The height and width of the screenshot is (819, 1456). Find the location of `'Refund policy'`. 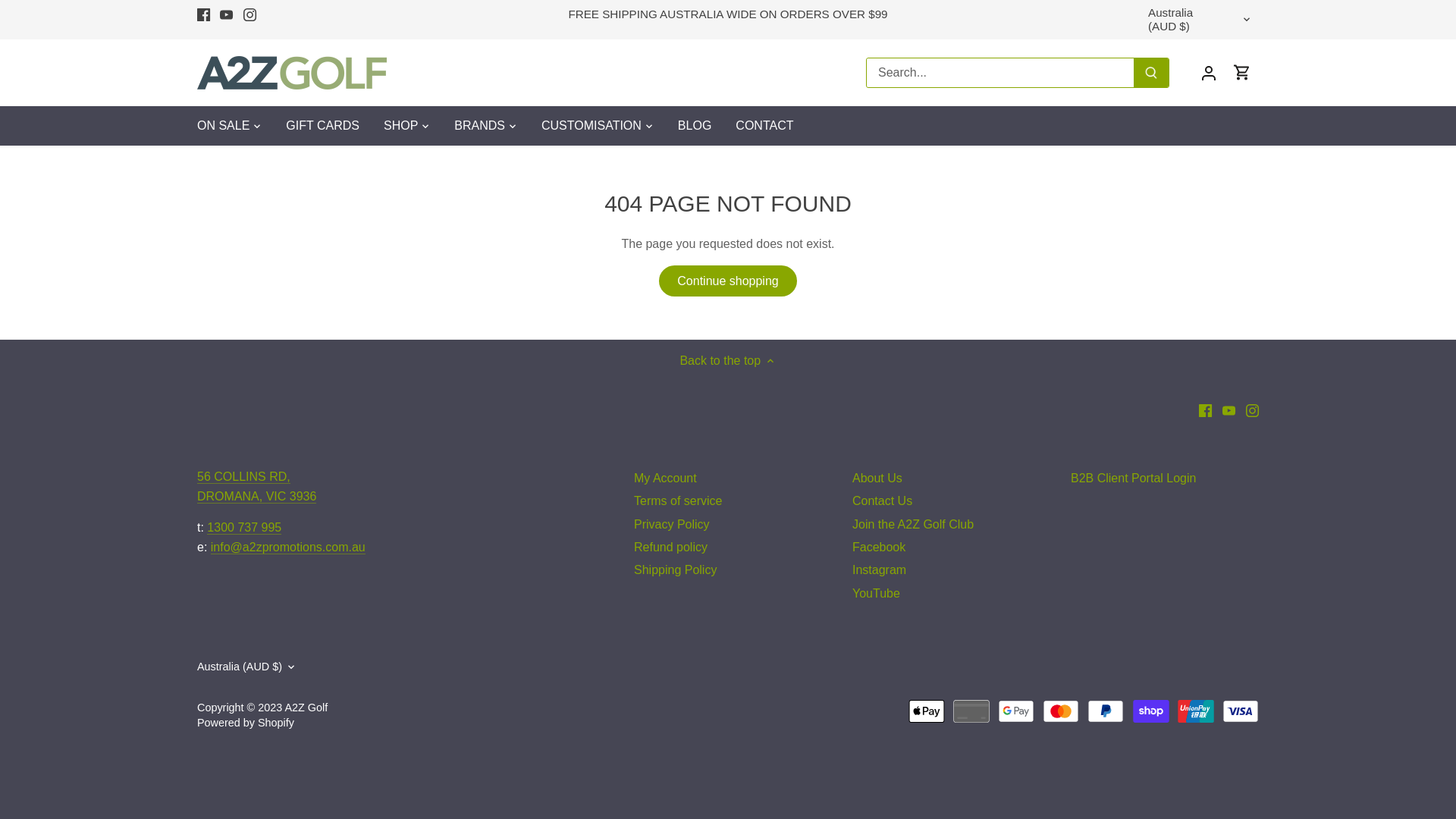

'Refund policy' is located at coordinates (670, 547).